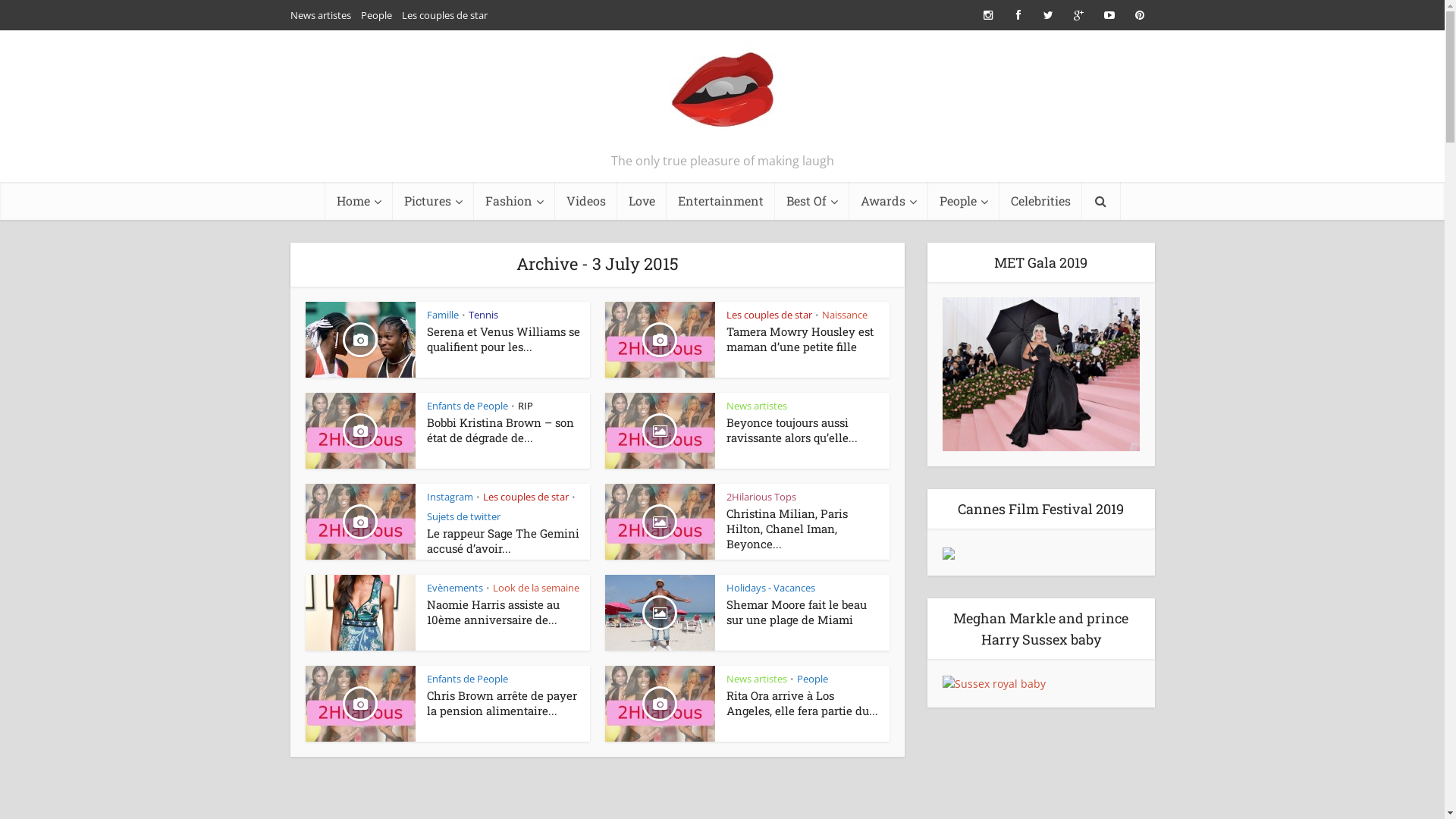  Describe the element at coordinates (481, 497) in the screenshot. I see `'Les couples de star'` at that location.